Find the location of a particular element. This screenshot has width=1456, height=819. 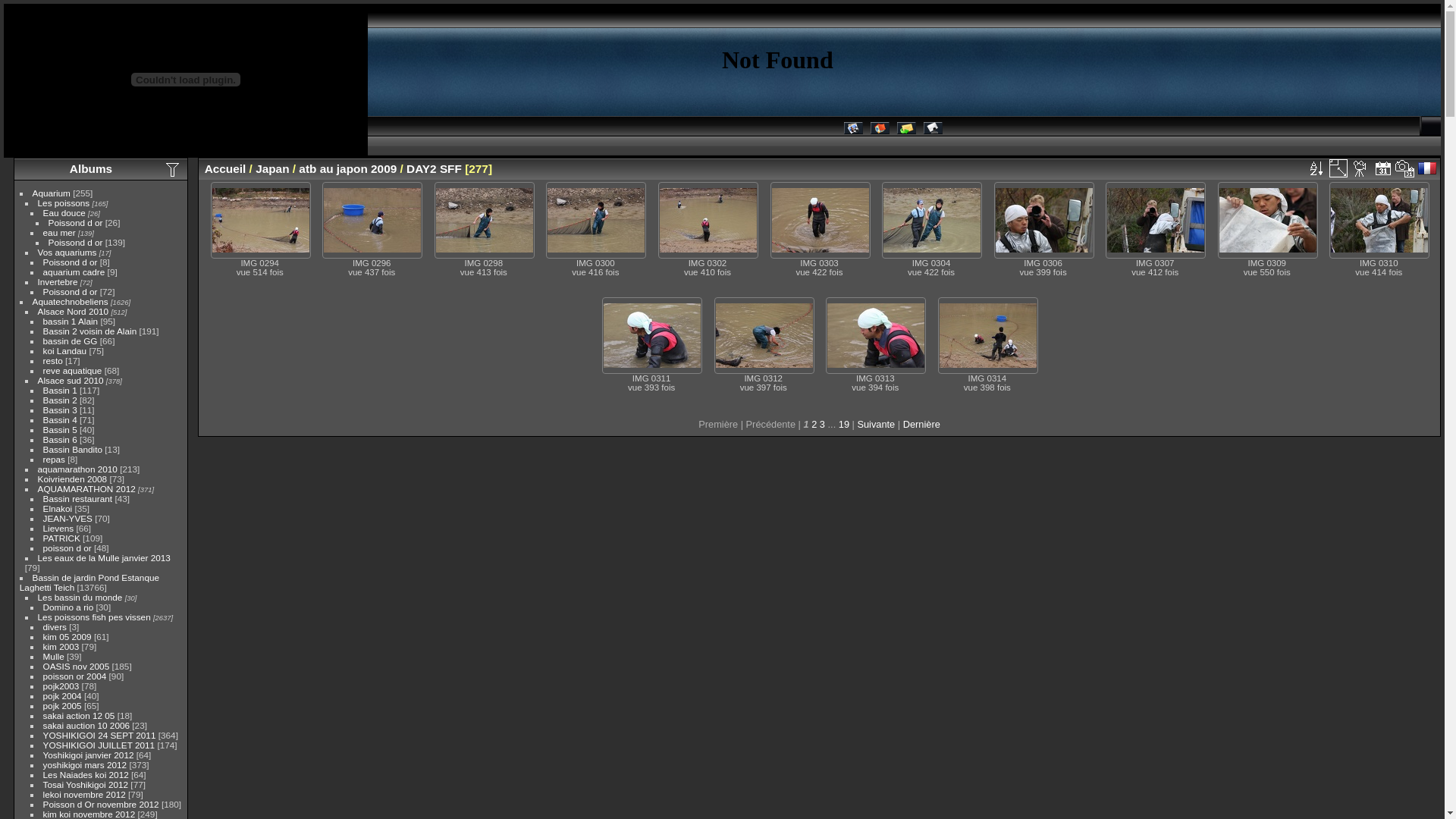

'sakai auction 10 2006' is located at coordinates (43, 724).